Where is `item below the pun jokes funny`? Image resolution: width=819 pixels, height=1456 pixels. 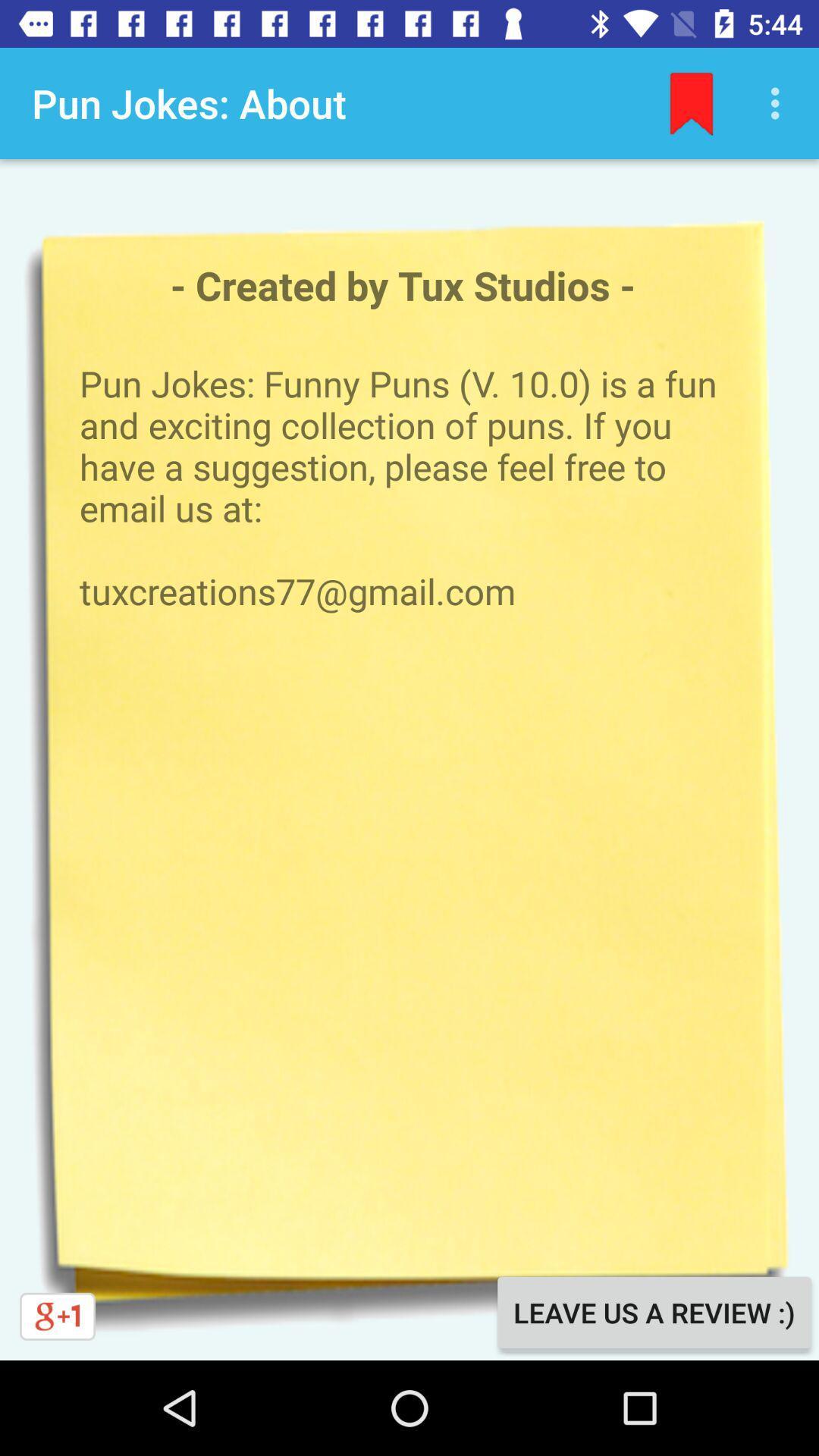
item below the pun jokes funny is located at coordinates (653, 1312).